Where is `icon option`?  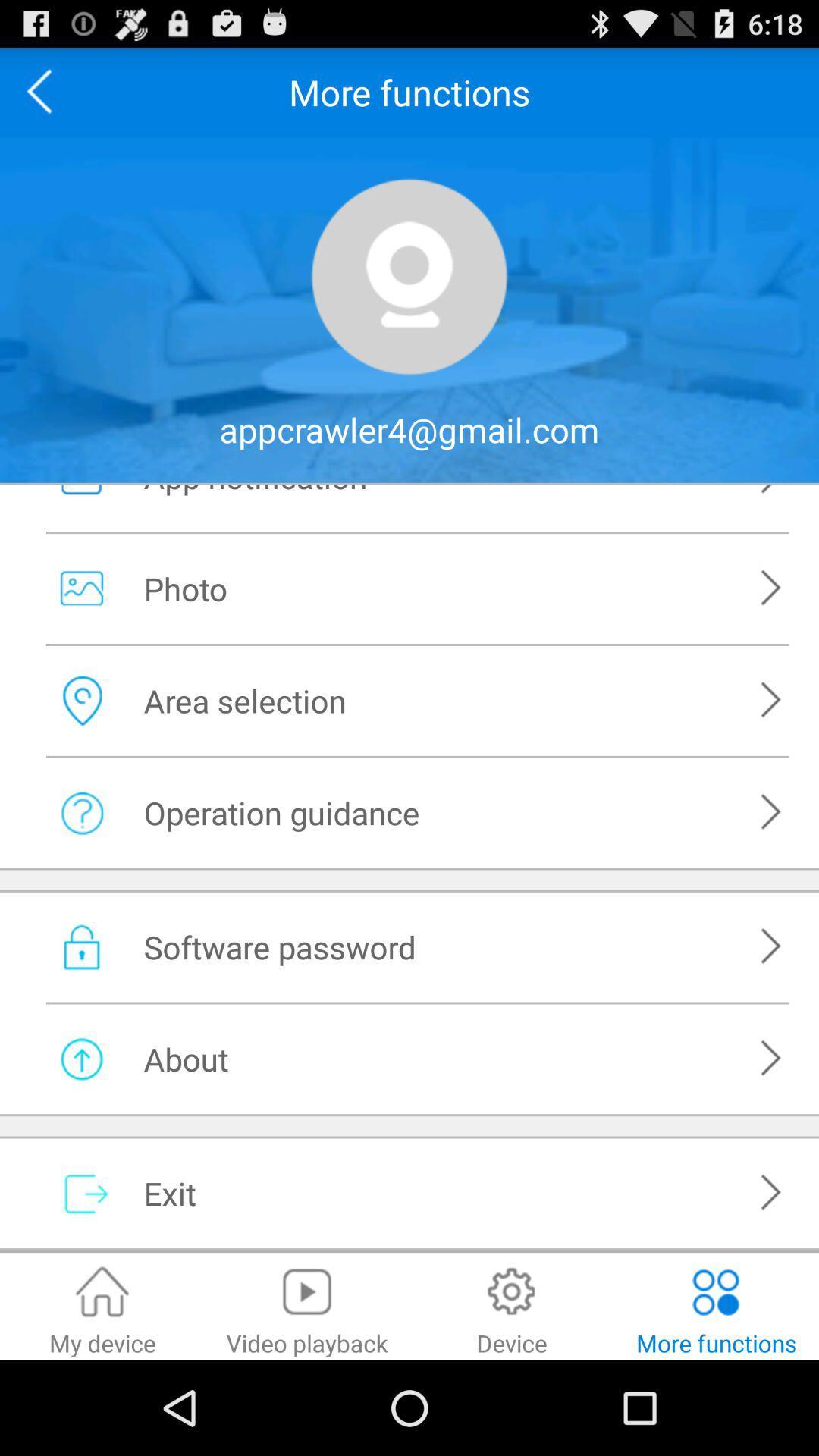 icon option is located at coordinates (409, 277).